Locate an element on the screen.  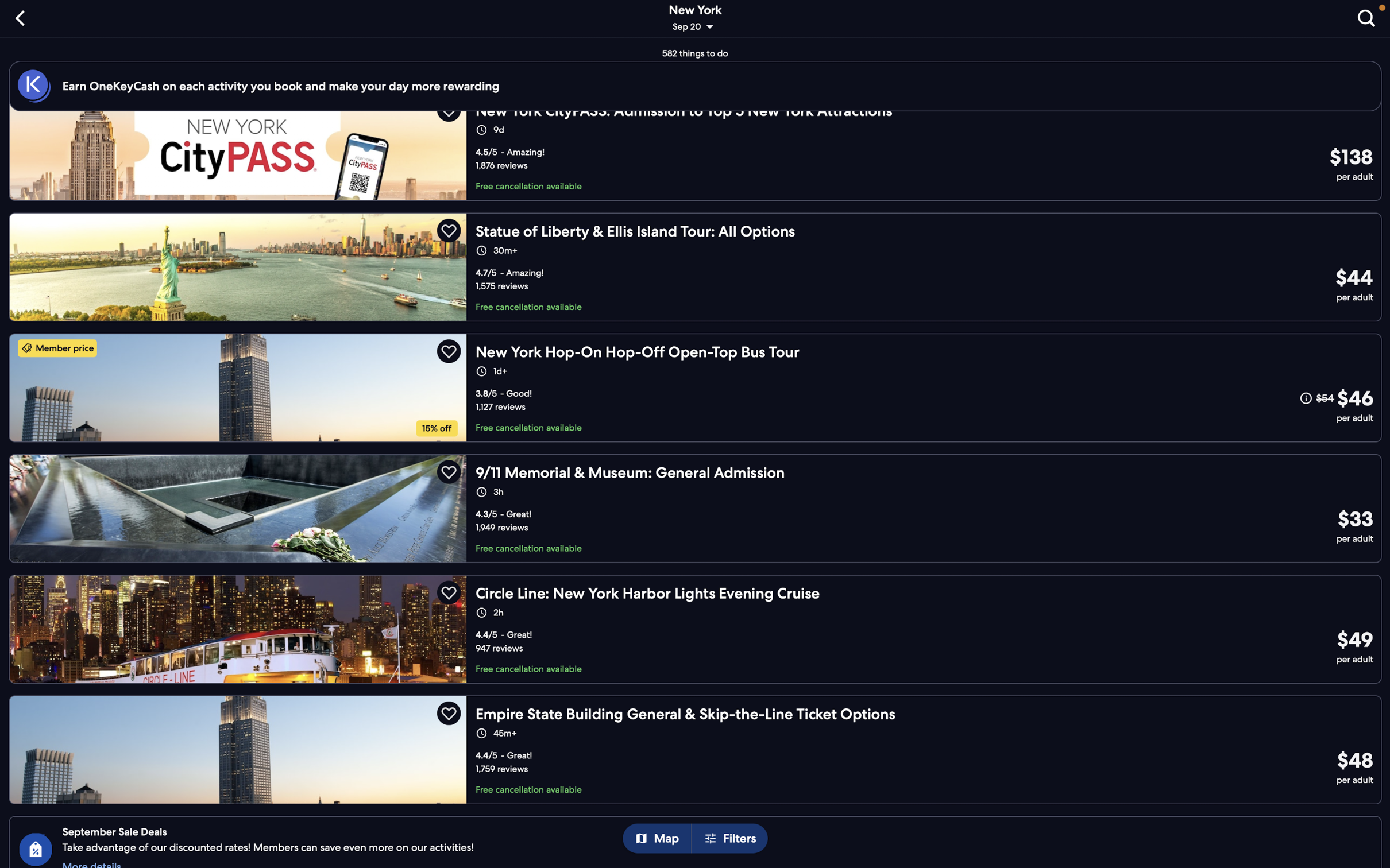
the "map" section to show the journey points is located at coordinates (661, 839).